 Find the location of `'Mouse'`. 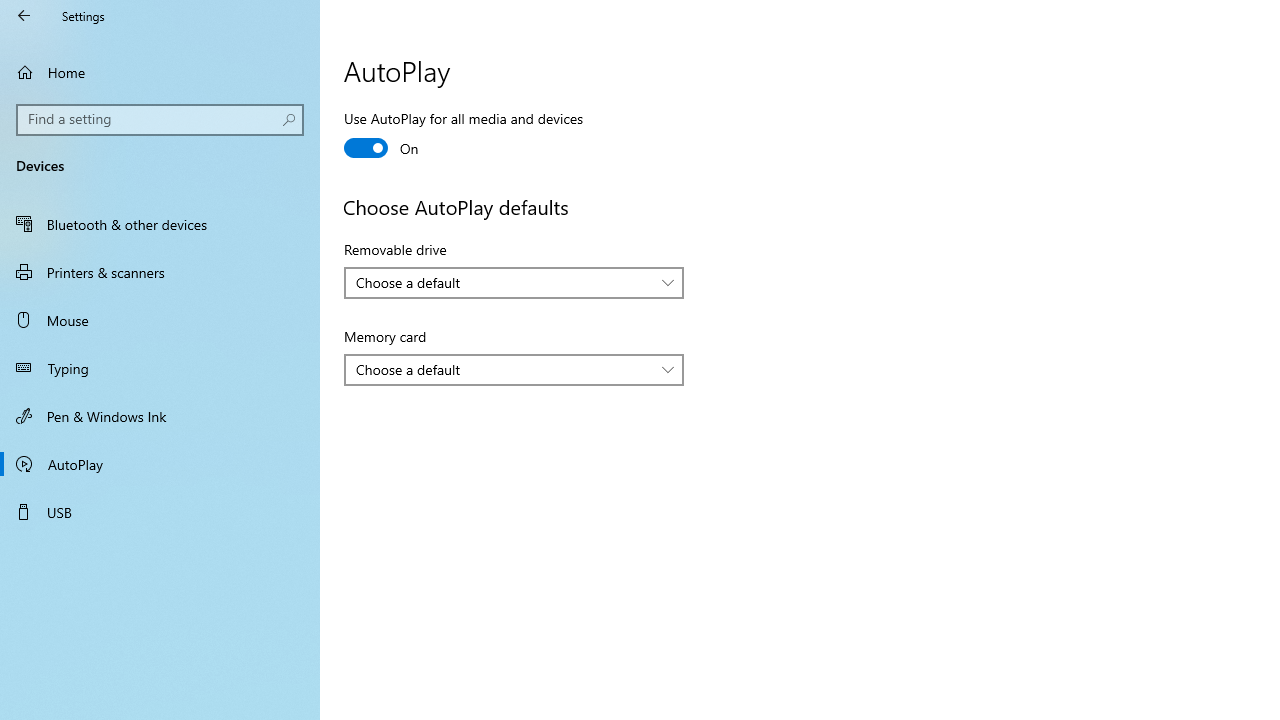

'Mouse' is located at coordinates (160, 319).